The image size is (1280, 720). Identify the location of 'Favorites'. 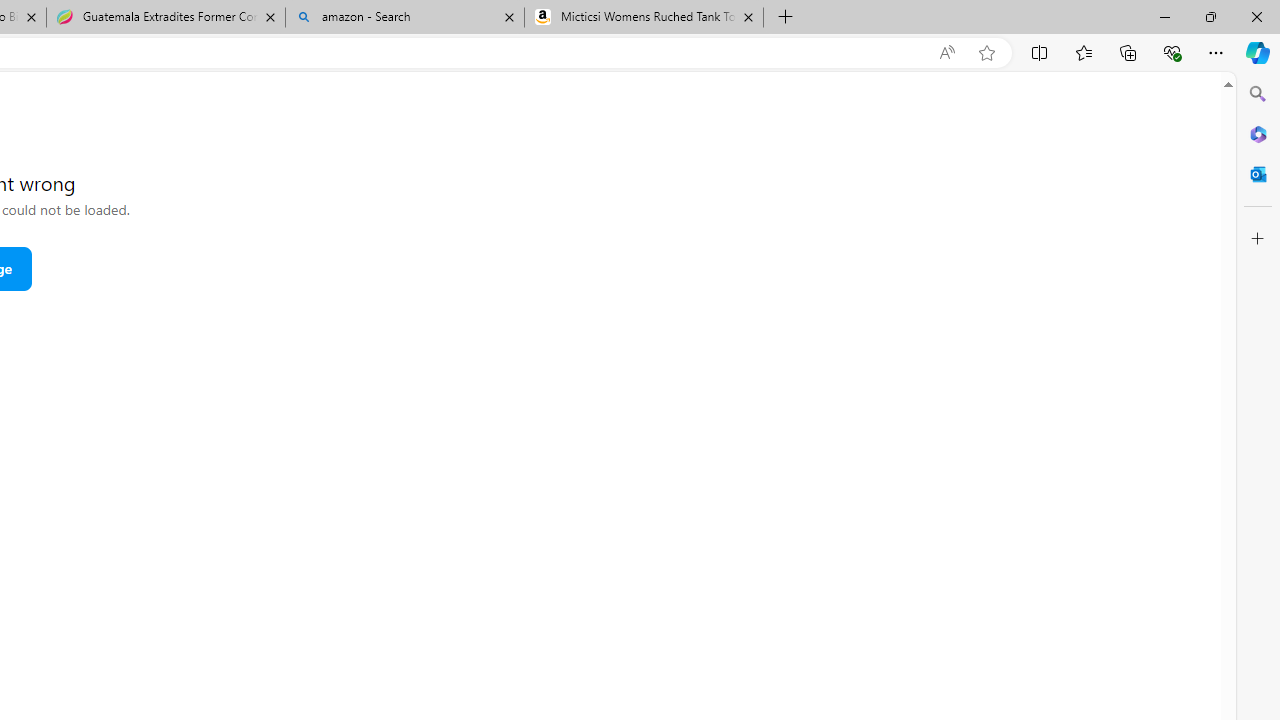
(1082, 51).